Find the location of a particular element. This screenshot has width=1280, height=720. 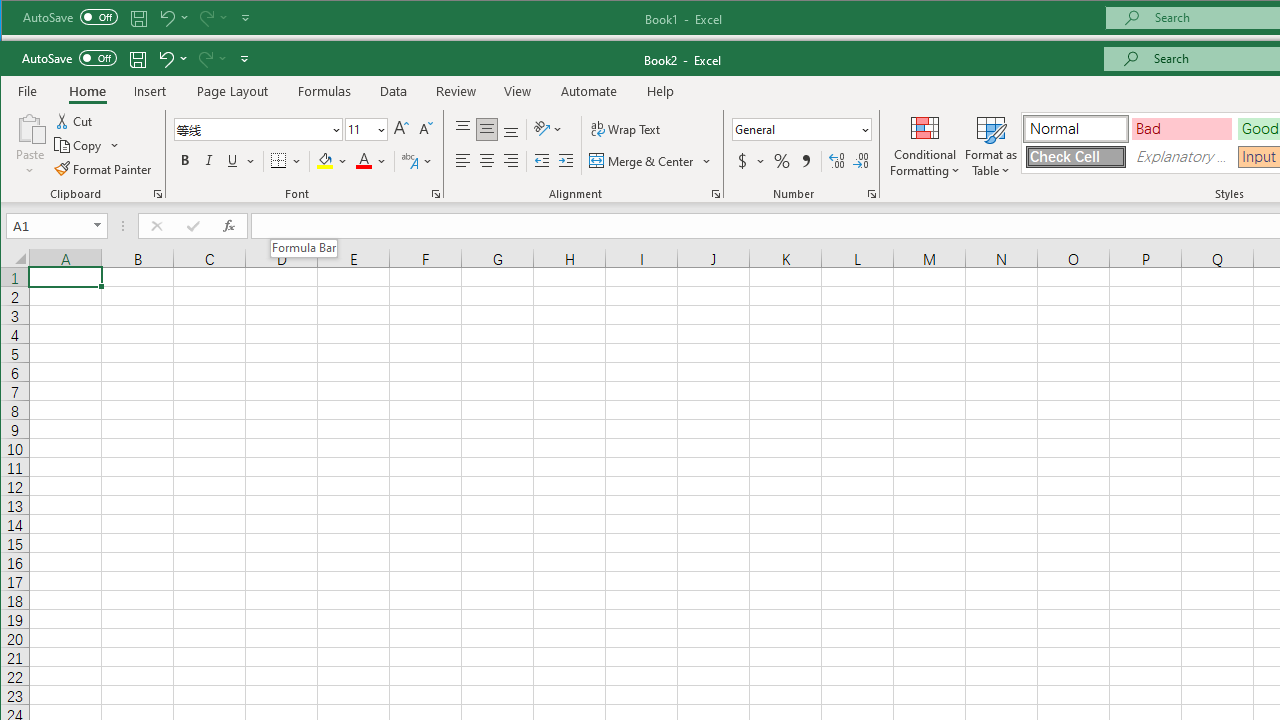

'Copy' is located at coordinates (86, 144).